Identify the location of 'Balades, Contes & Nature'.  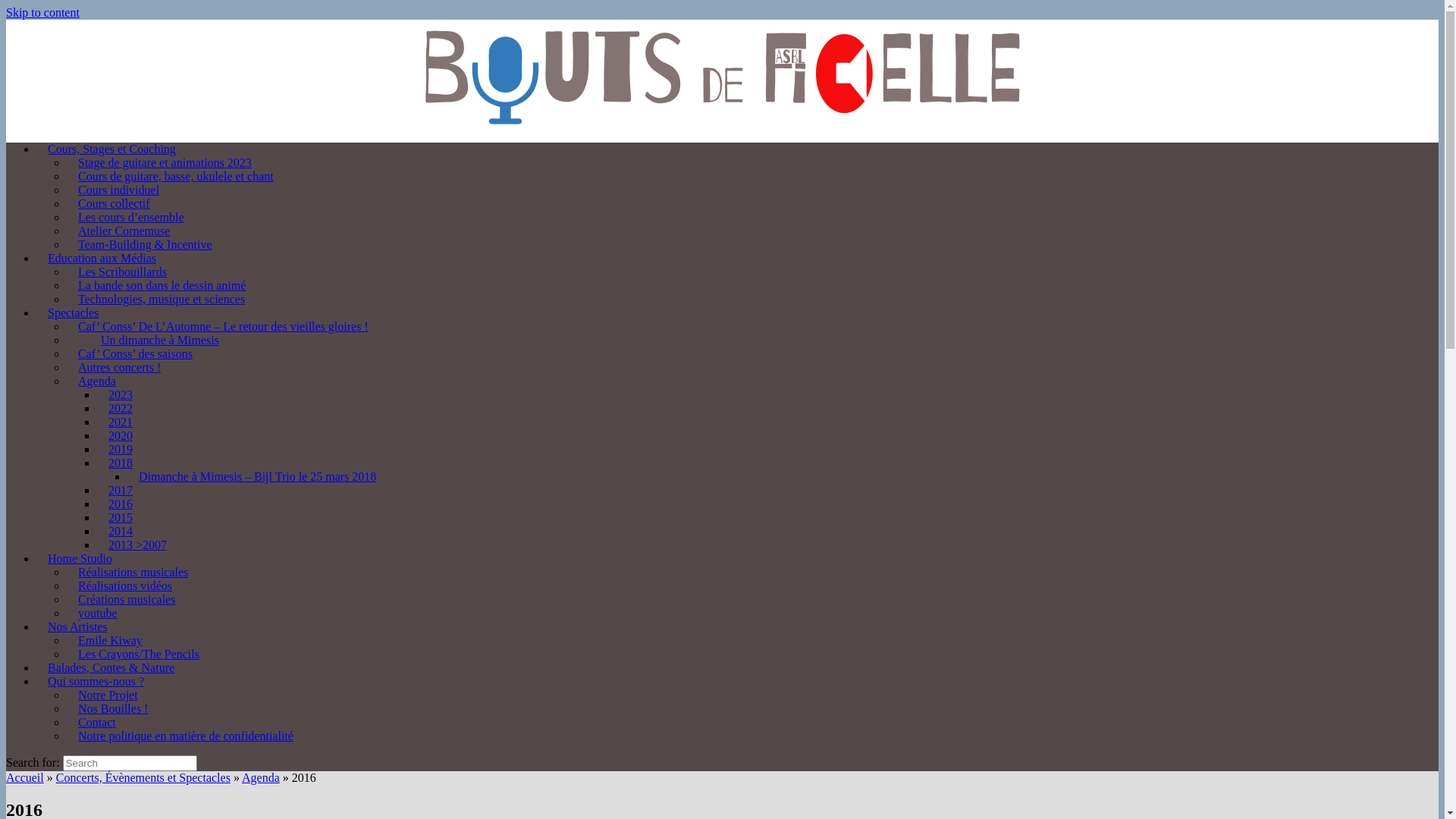
(36, 667).